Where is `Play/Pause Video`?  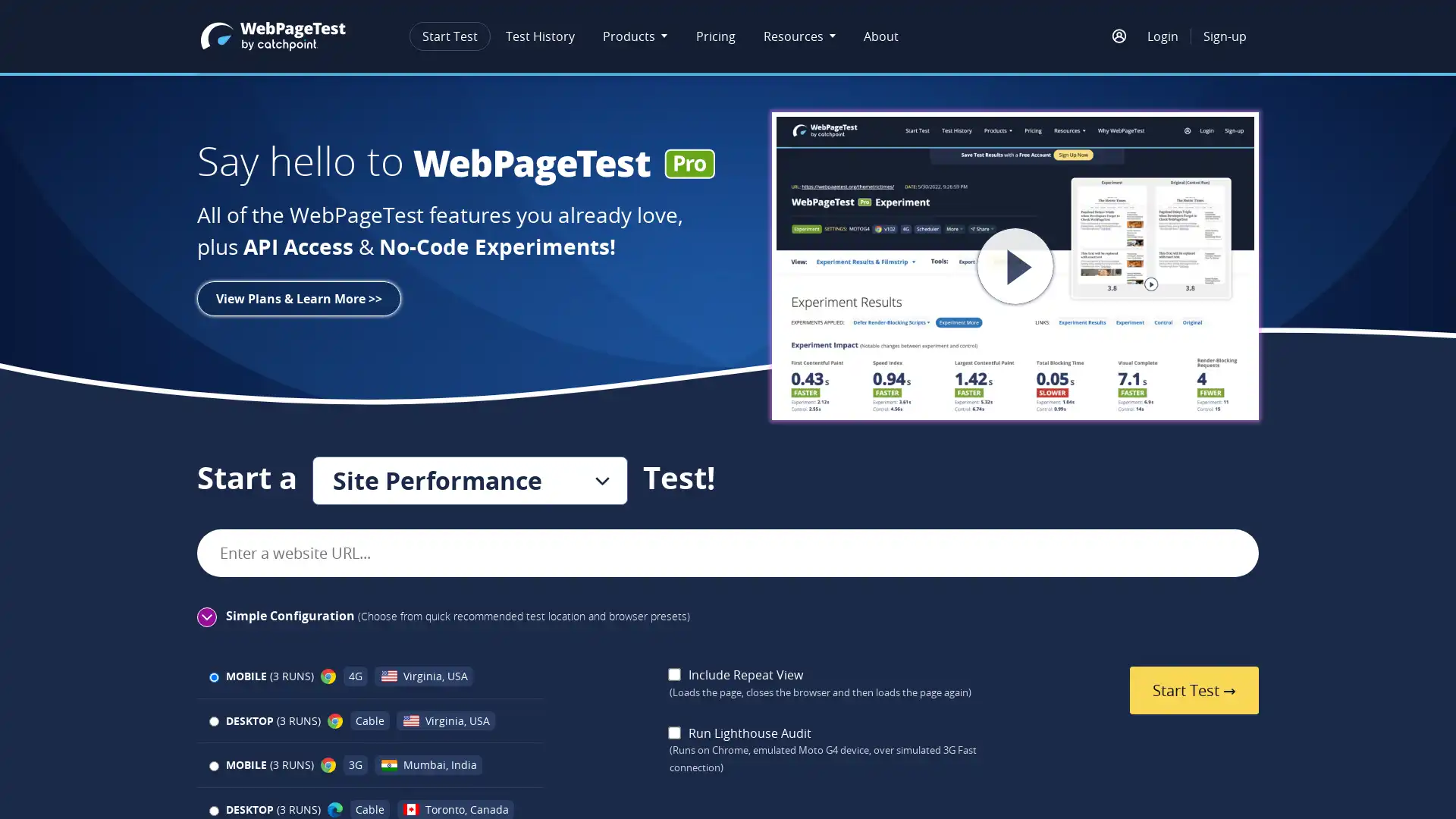
Play/Pause Video is located at coordinates (1015, 265).